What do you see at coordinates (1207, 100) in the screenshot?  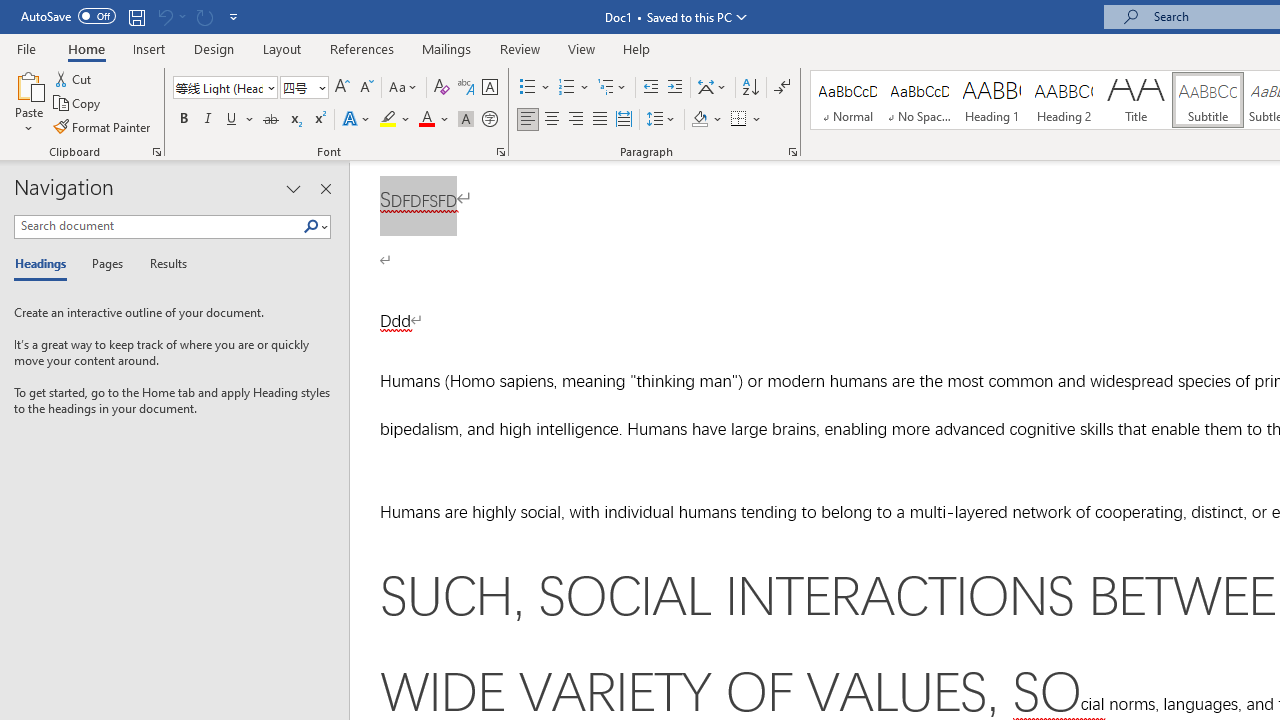 I see `'Subtitle'` at bounding box center [1207, 100].